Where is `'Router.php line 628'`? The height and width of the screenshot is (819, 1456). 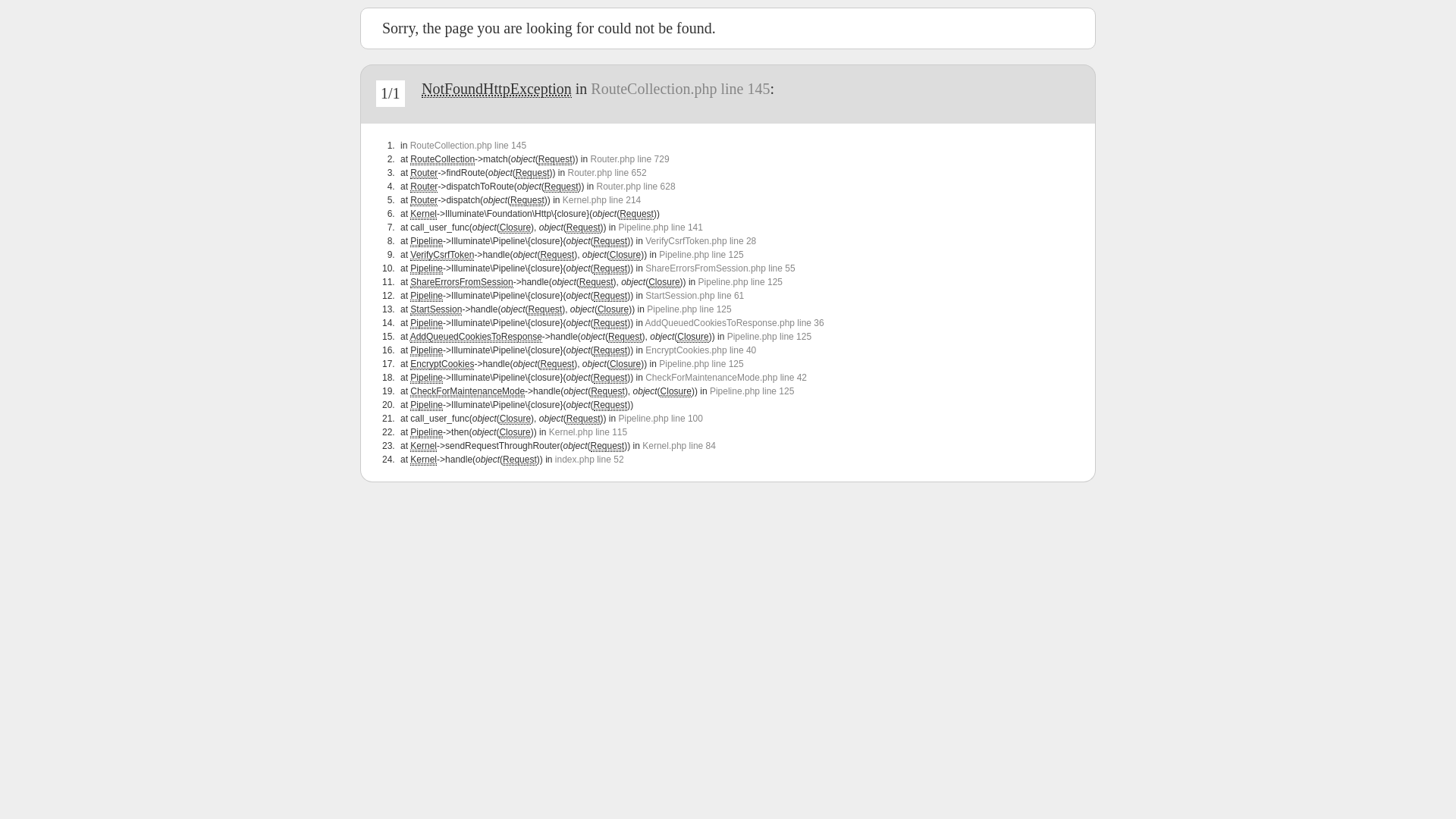
'Router.php line 628' is located at coordinates (635, 186).